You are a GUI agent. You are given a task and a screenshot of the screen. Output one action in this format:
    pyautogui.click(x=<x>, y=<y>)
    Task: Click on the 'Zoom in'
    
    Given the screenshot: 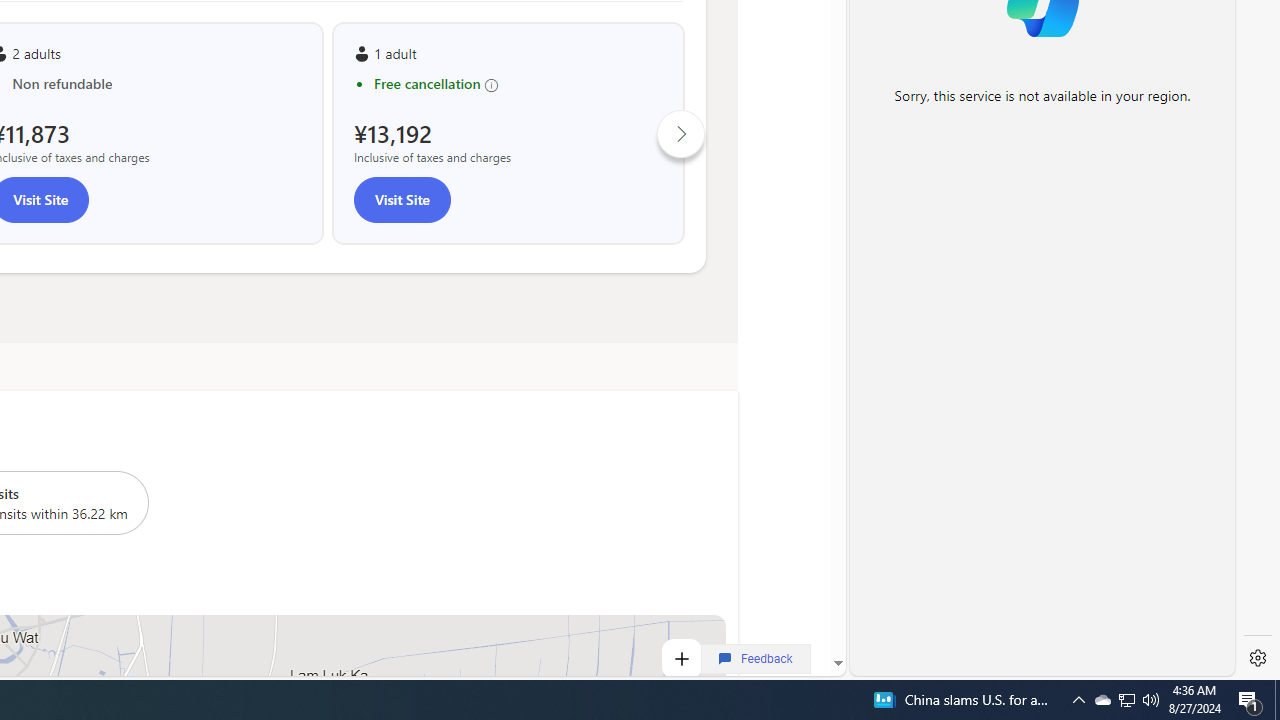 What is the action you would take?
    pyautogui.click(x=680, y=659)
    